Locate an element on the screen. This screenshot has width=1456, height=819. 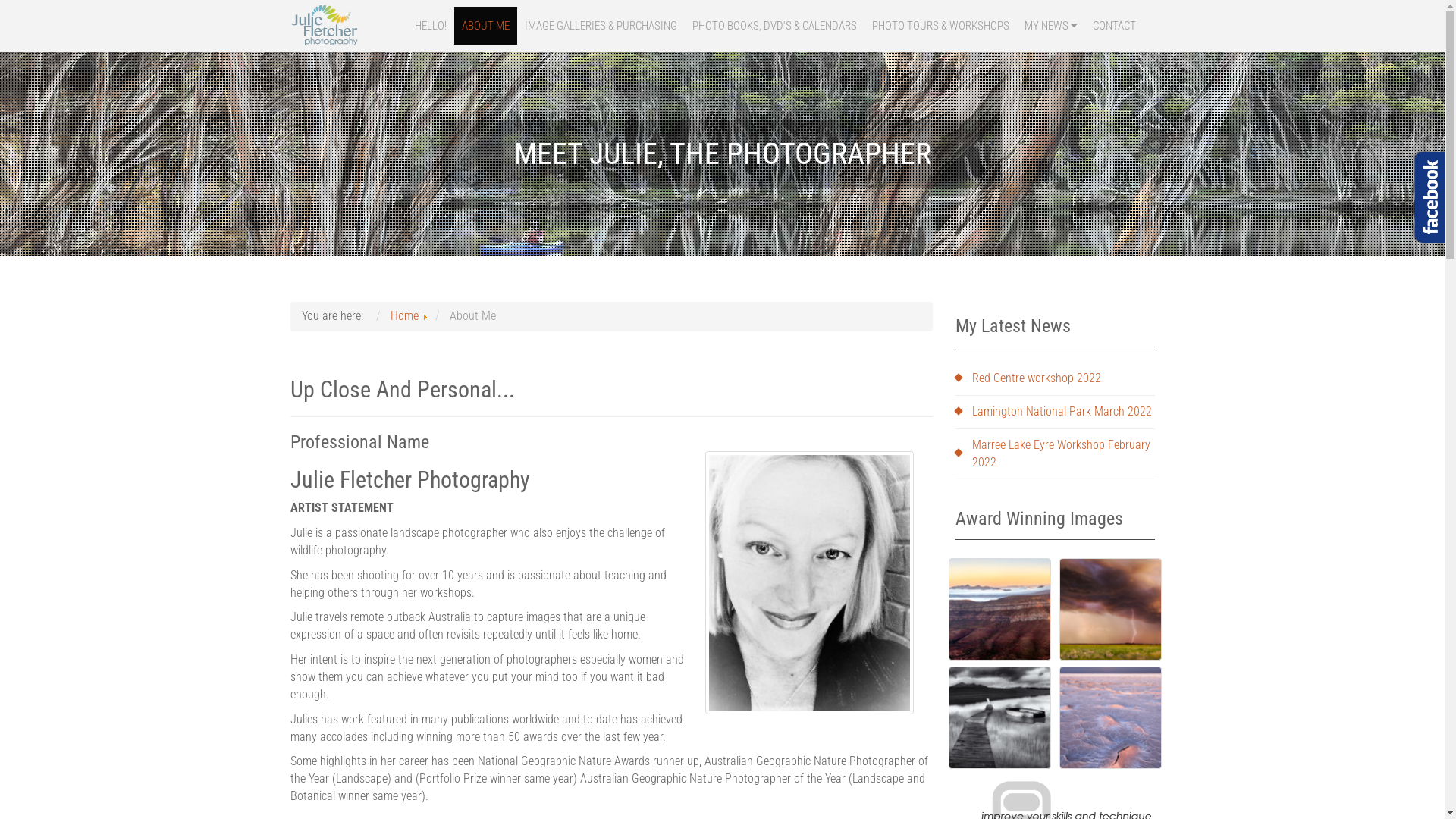
'Marree Lake Eyre Workshop February 2022' is located at coordinates (1054, 453).